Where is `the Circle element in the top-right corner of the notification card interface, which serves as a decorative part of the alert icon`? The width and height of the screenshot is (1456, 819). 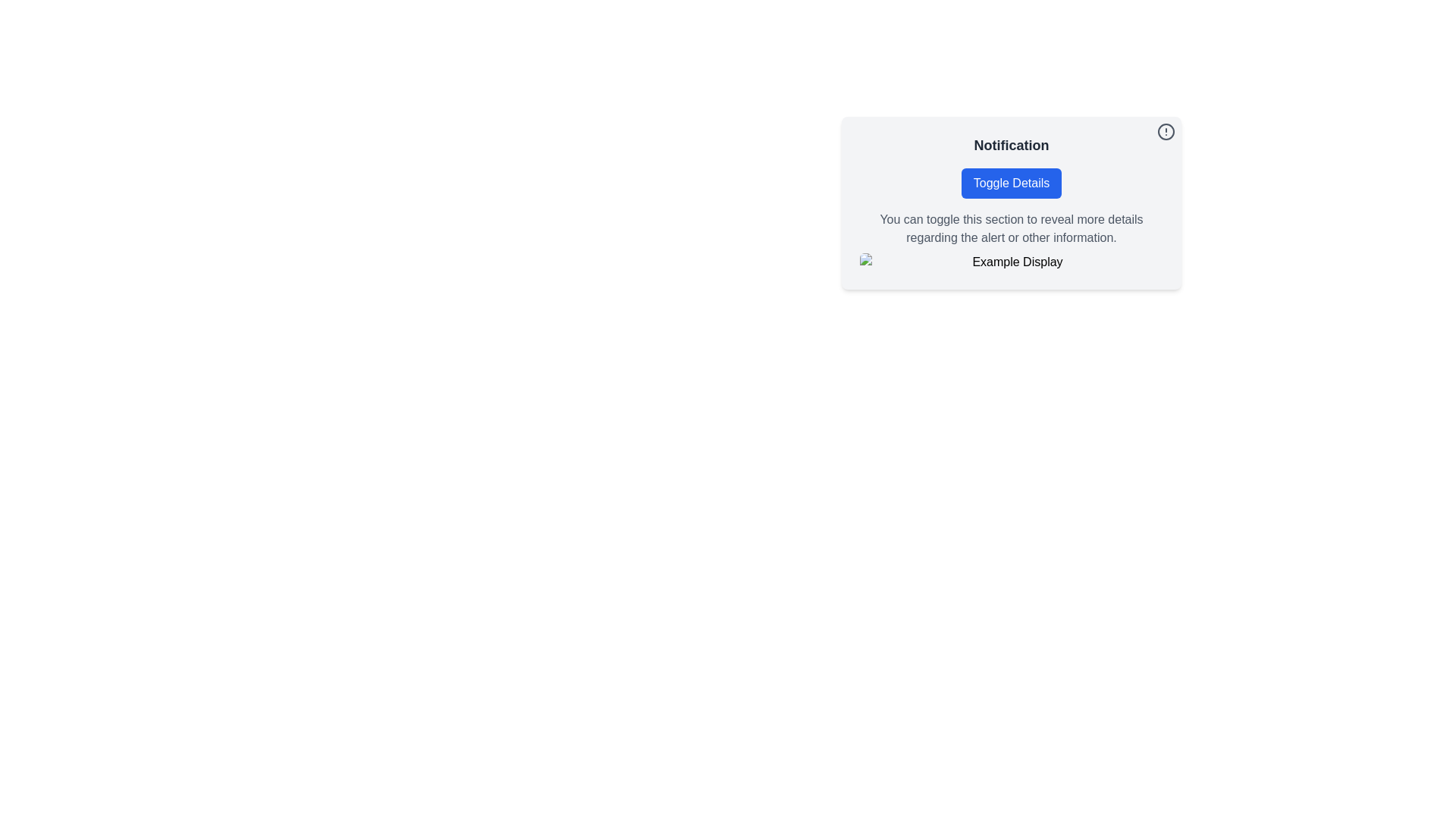
the Circle element in the top-right corner of the notification card interface, which serves as a decorative part of the alert icon is located at coordinates (1165, 130).